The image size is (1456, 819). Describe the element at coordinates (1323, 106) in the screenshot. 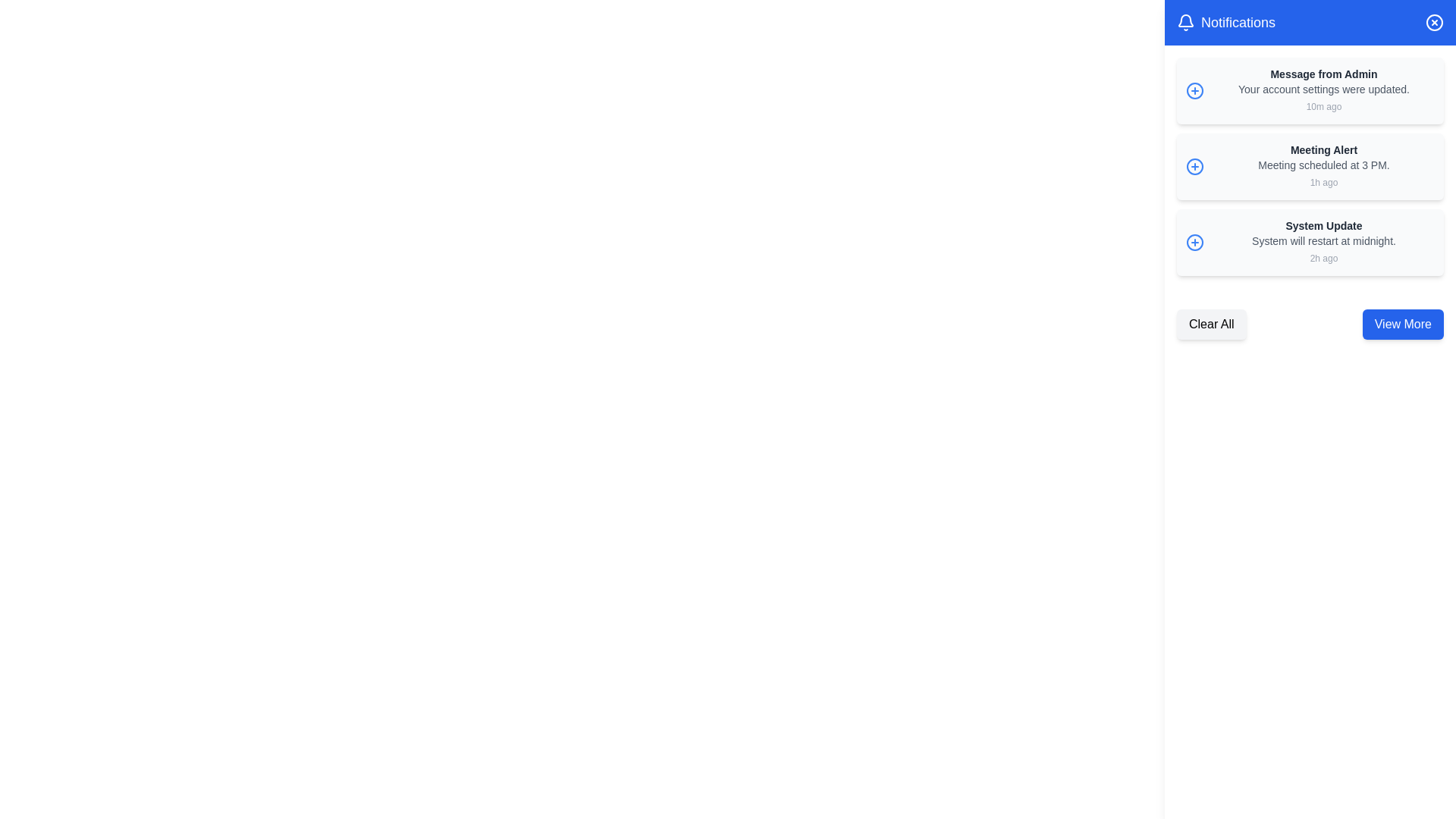

I see `the text label displaying '10m ago' in light gray color, located at the bottom-right of the first notification item under the title 'Message from Admin'` at that location.